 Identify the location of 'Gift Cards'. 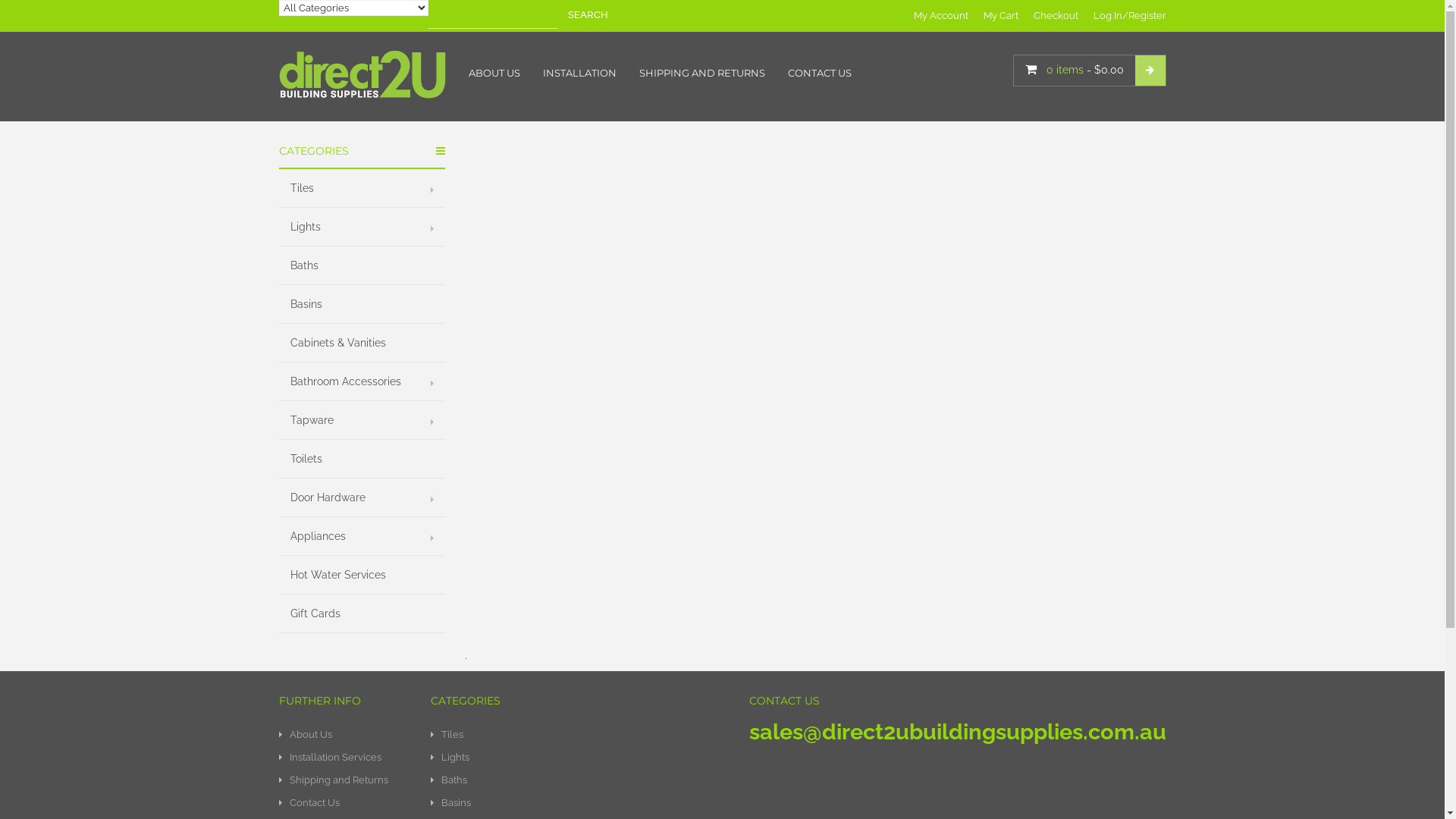
(362, 613).